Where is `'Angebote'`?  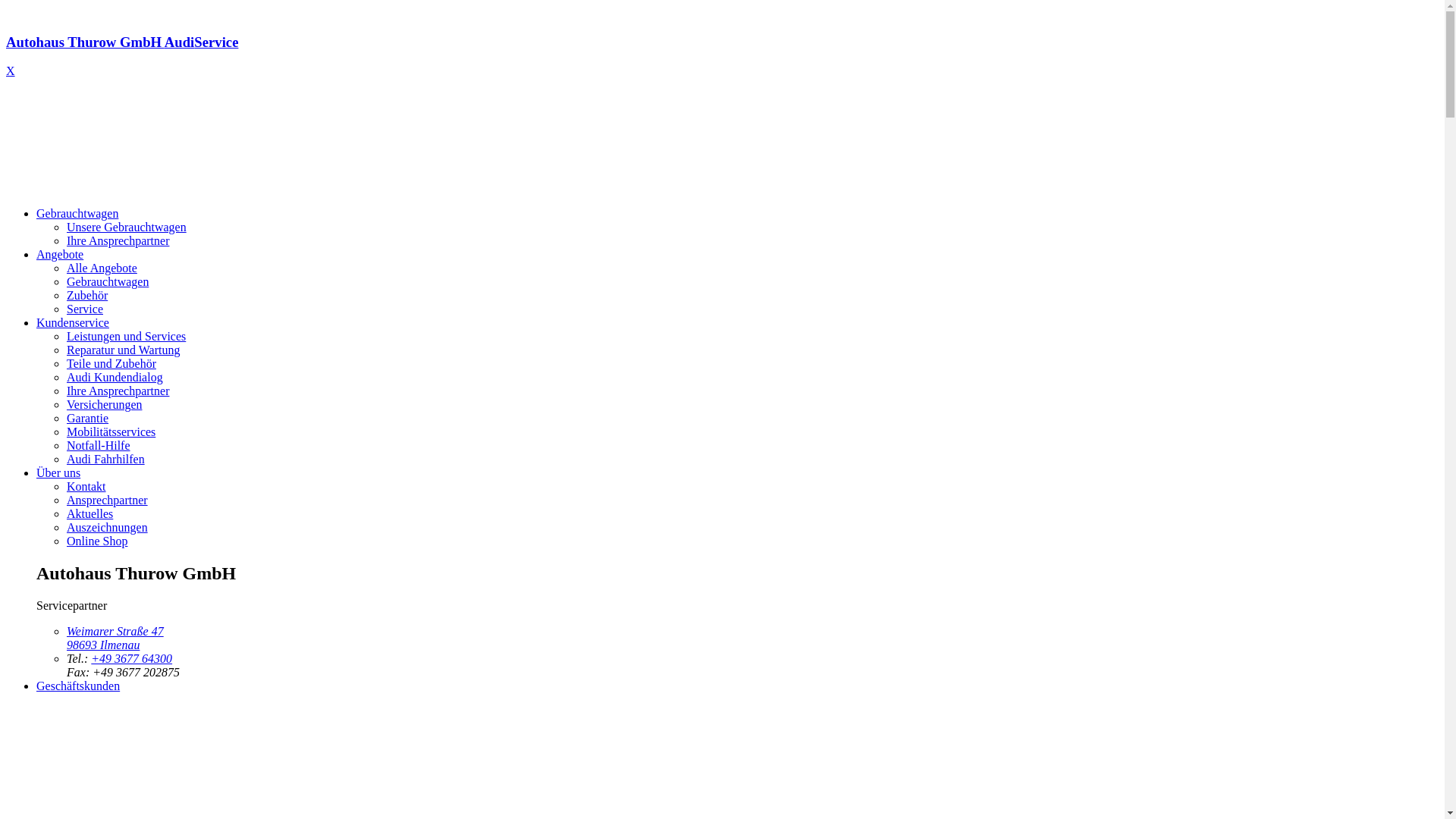
'Angebote' is located at coordinates (36, 253).